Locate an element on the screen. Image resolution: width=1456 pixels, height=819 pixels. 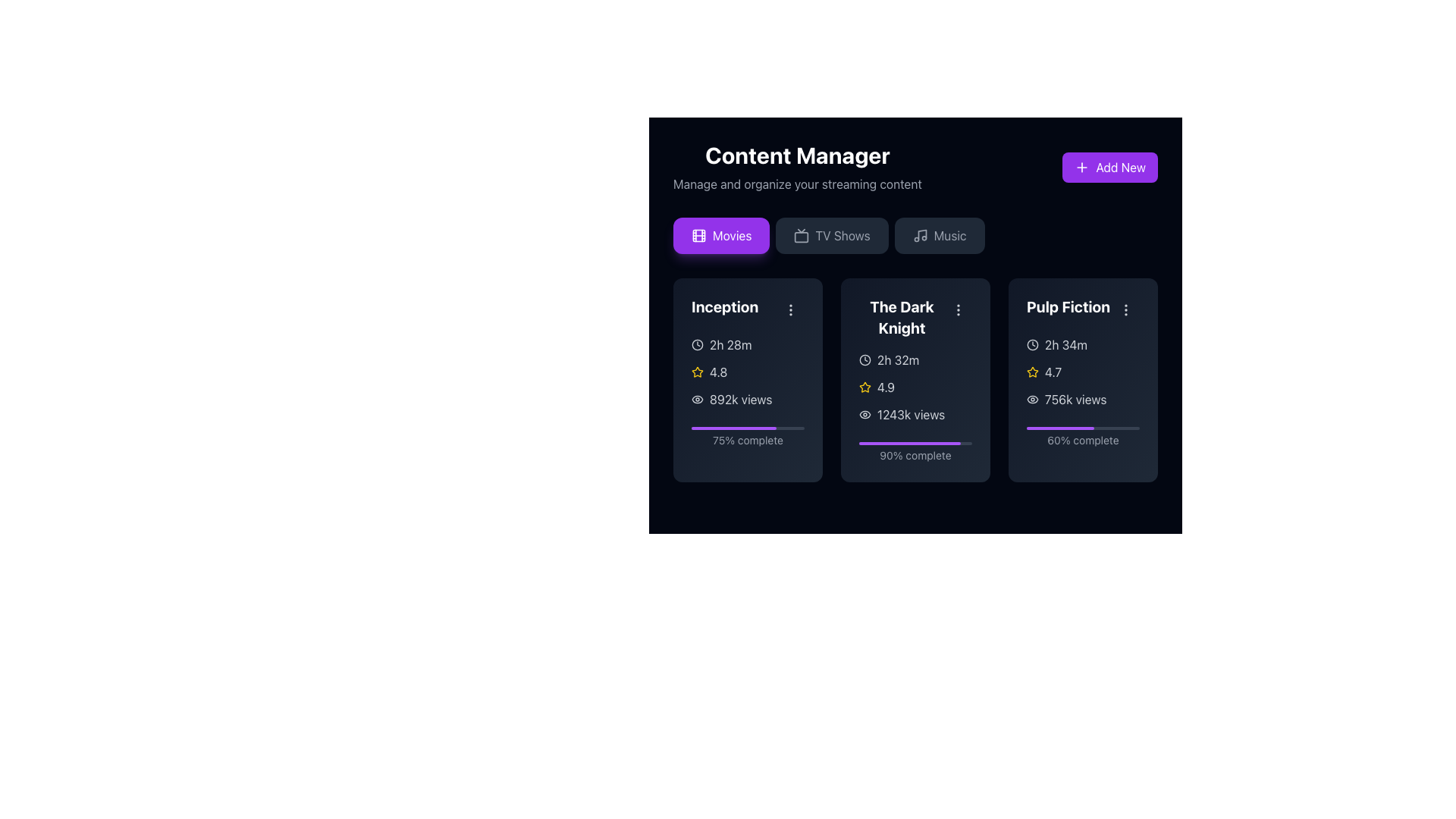
the 'Movies' button, which is the leftmost button in a horizontal group of three navigation buttons is located at coordinates (732, 236).